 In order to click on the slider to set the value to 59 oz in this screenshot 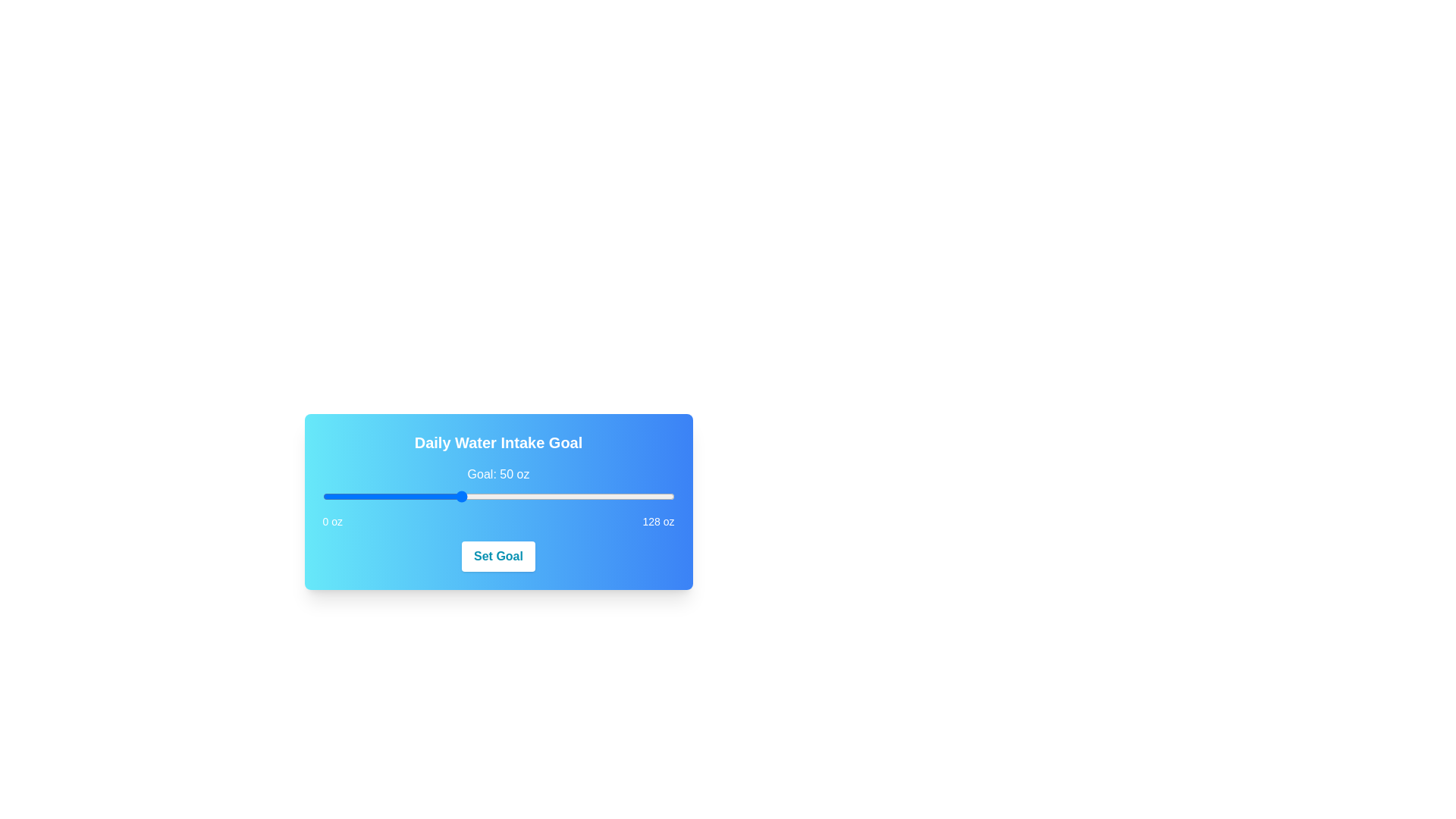, I will do `click(484, 497)`.